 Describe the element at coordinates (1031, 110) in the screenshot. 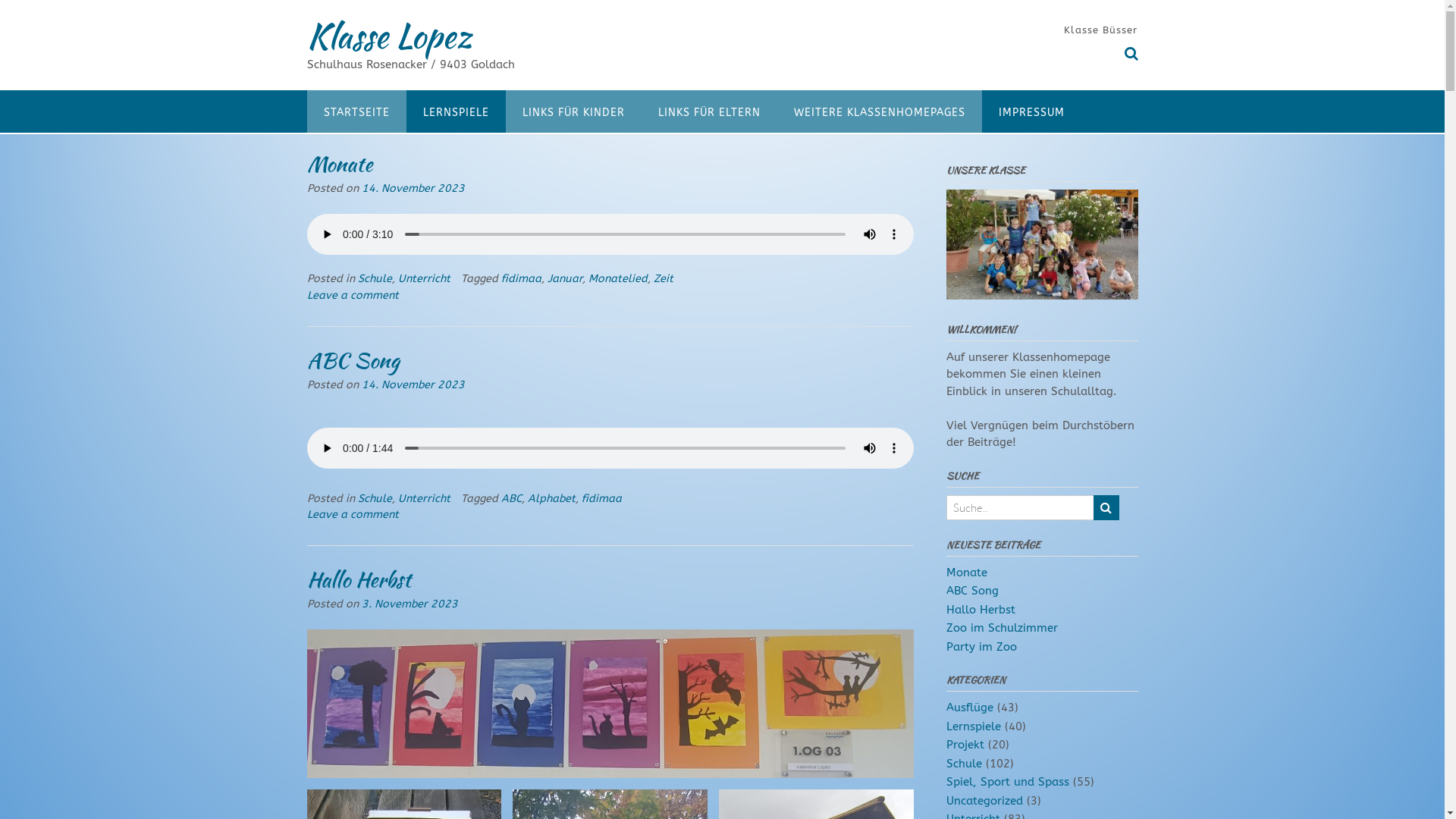

I see `'IMPRESSUM'` at that location.